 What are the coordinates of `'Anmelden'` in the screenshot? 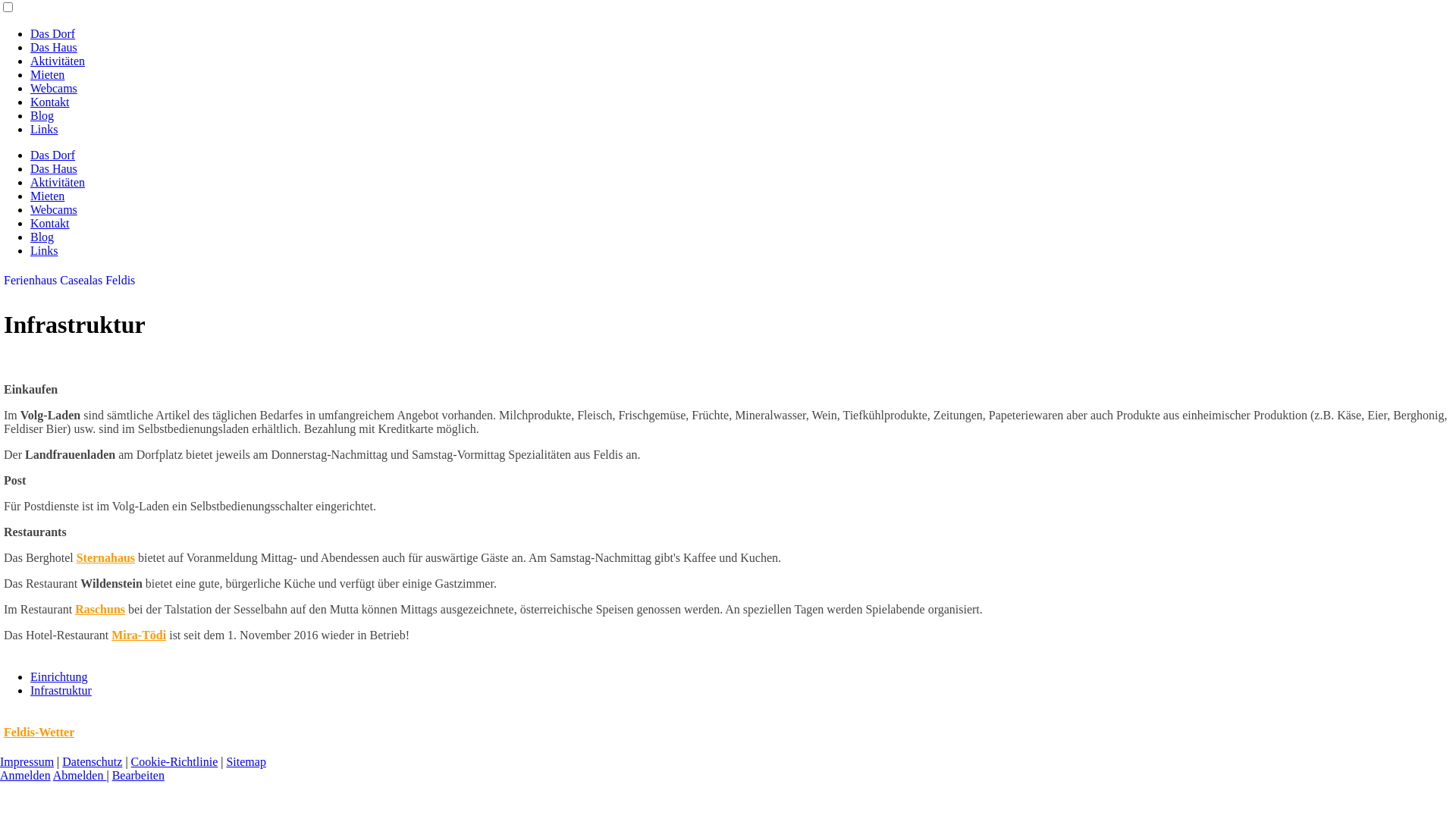 It's located at (25, 775).